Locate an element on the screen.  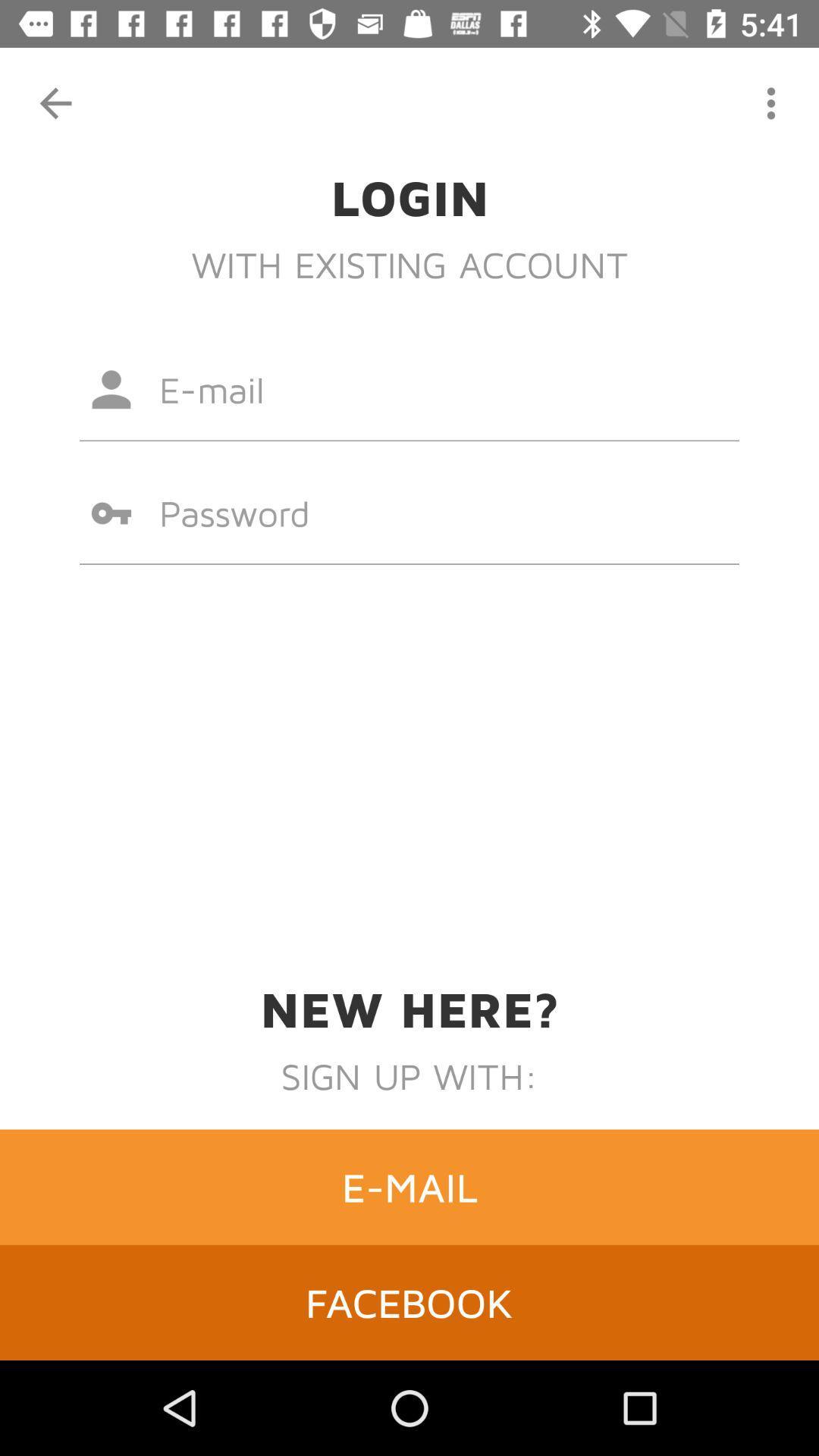
the icon below the sign up with: icon is located at coordinates (409, 1186).